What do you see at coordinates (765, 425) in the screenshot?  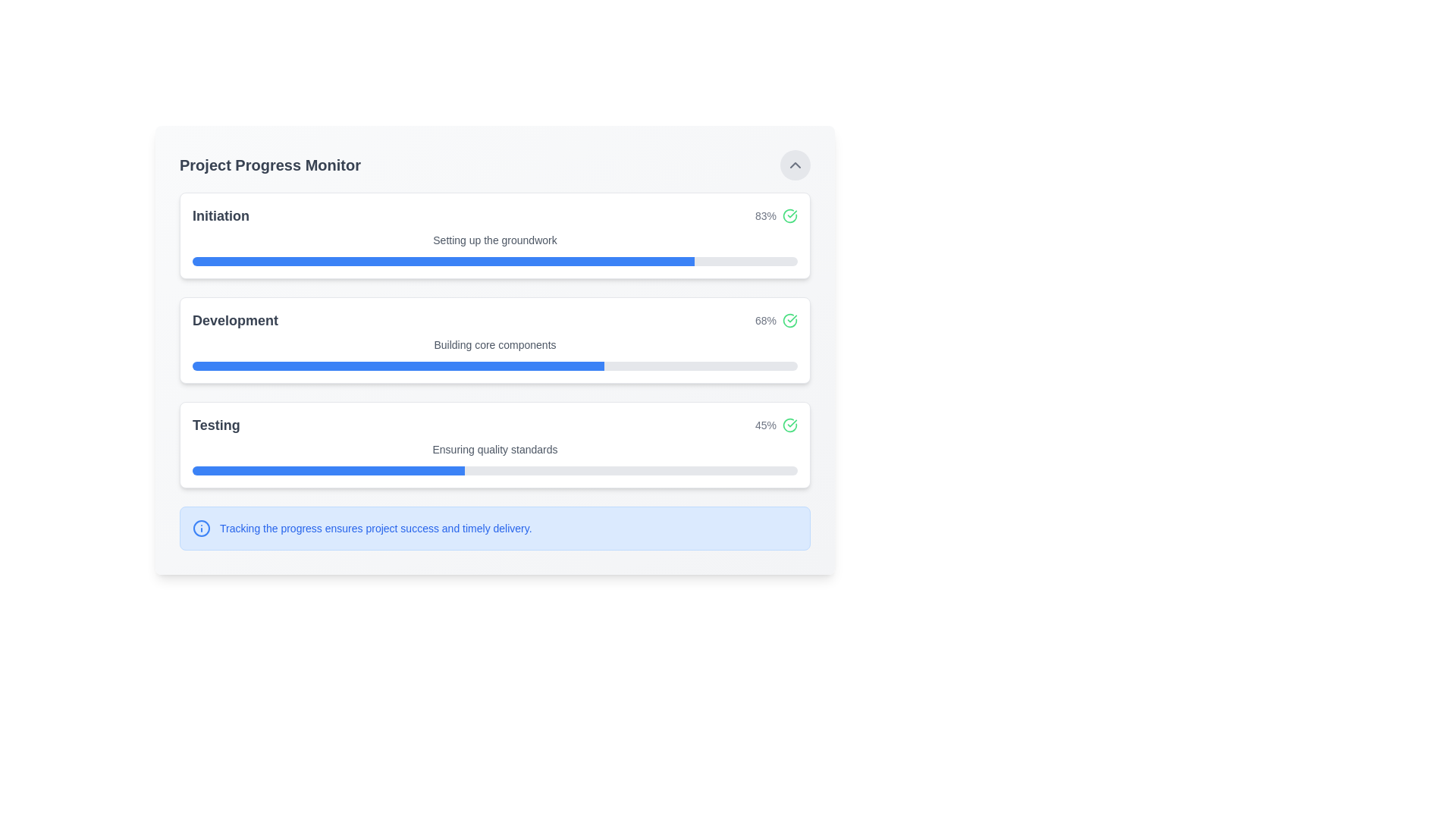 I see `the text label indicating the percentage value in the bottom row of the 'Testing' section, located to the left of the green checkmark icon` at bounding box center [765, 425].